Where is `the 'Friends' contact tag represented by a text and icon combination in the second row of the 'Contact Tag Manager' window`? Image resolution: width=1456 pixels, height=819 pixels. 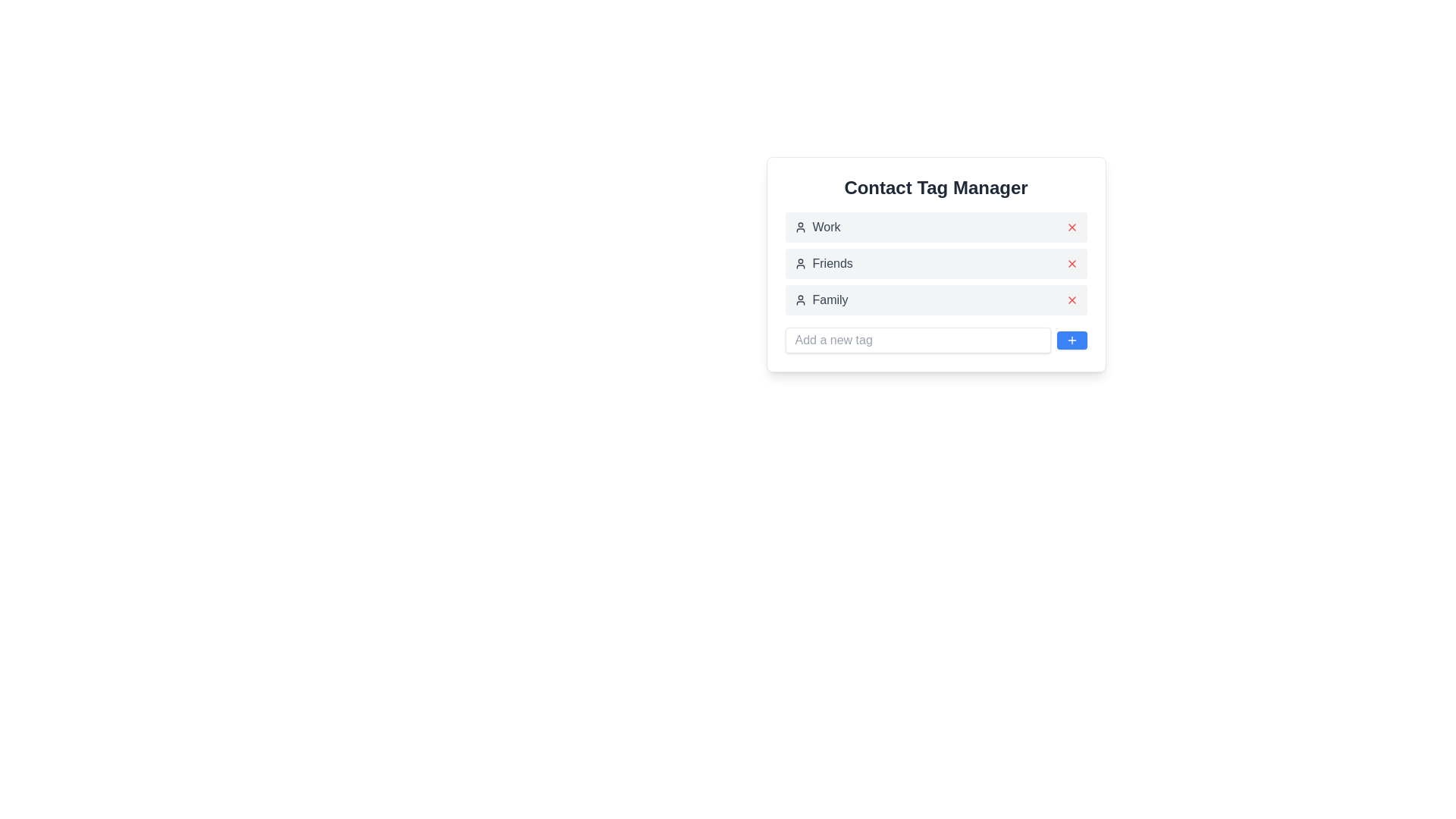
the 'Friends' contact tag represented by a text and icon combination in the second row of the 'Contact Tag Manager' window is located at coordinates (823, 262).